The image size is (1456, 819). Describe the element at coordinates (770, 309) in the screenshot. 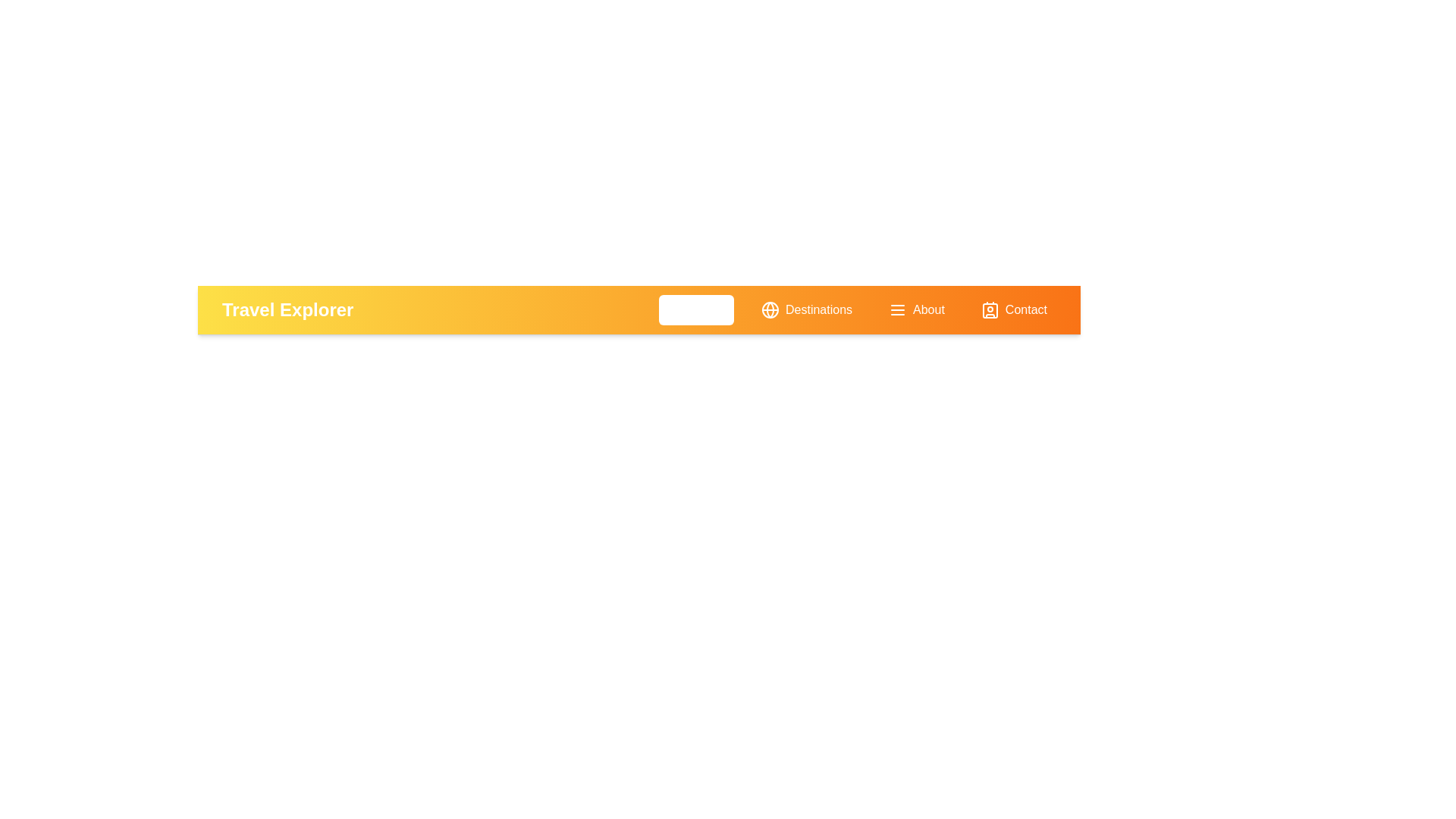

I see `the 'Destinations' navigation icon located` at that location.